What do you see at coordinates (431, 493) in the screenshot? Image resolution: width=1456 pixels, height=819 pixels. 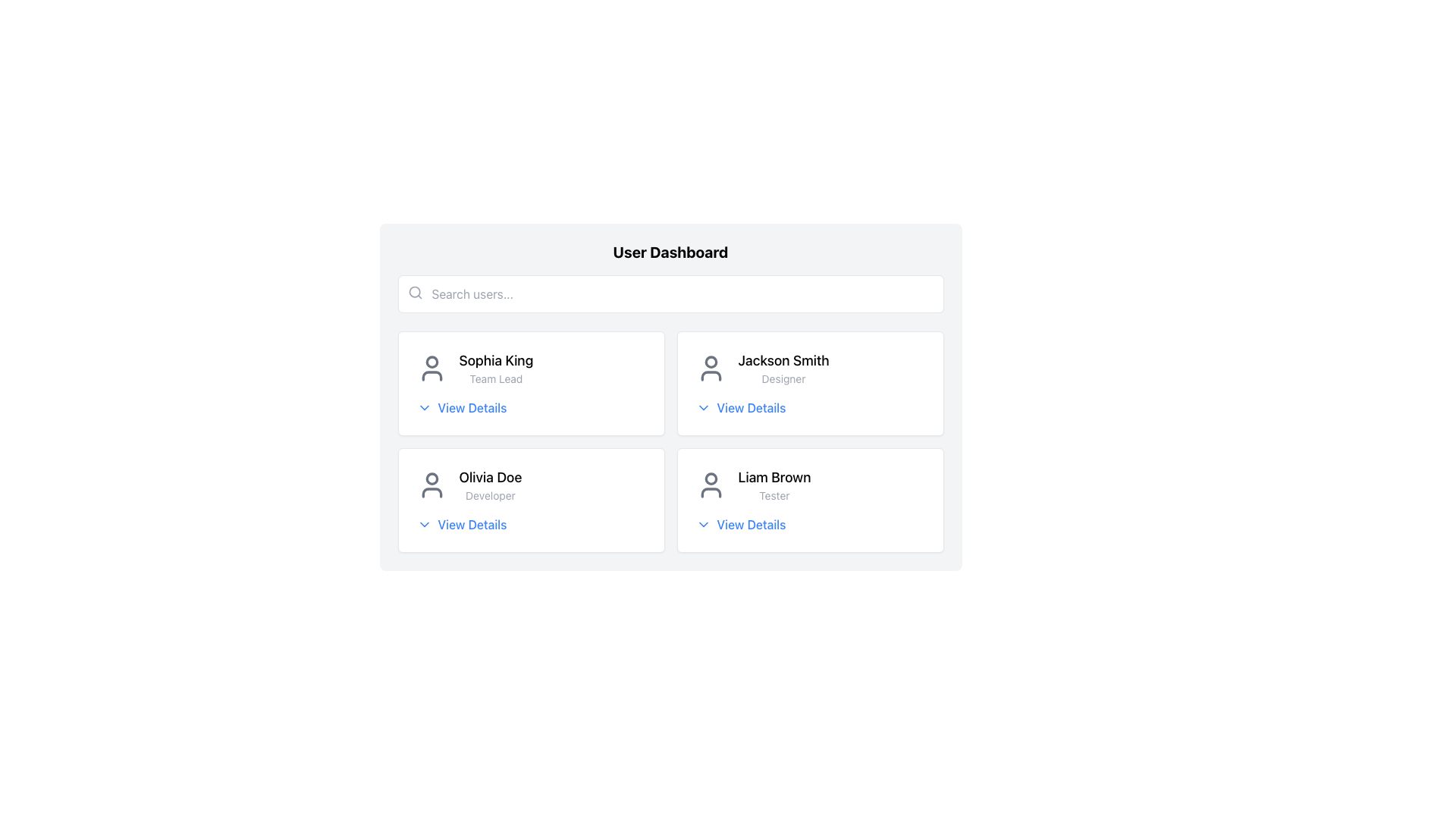 I see `the torso outline segment of the user avatar icon located in the bottom left block of the dashboard interface next to the name 'Olivia Doe' and their role 'Developer'` at bounding box center [431, 493].